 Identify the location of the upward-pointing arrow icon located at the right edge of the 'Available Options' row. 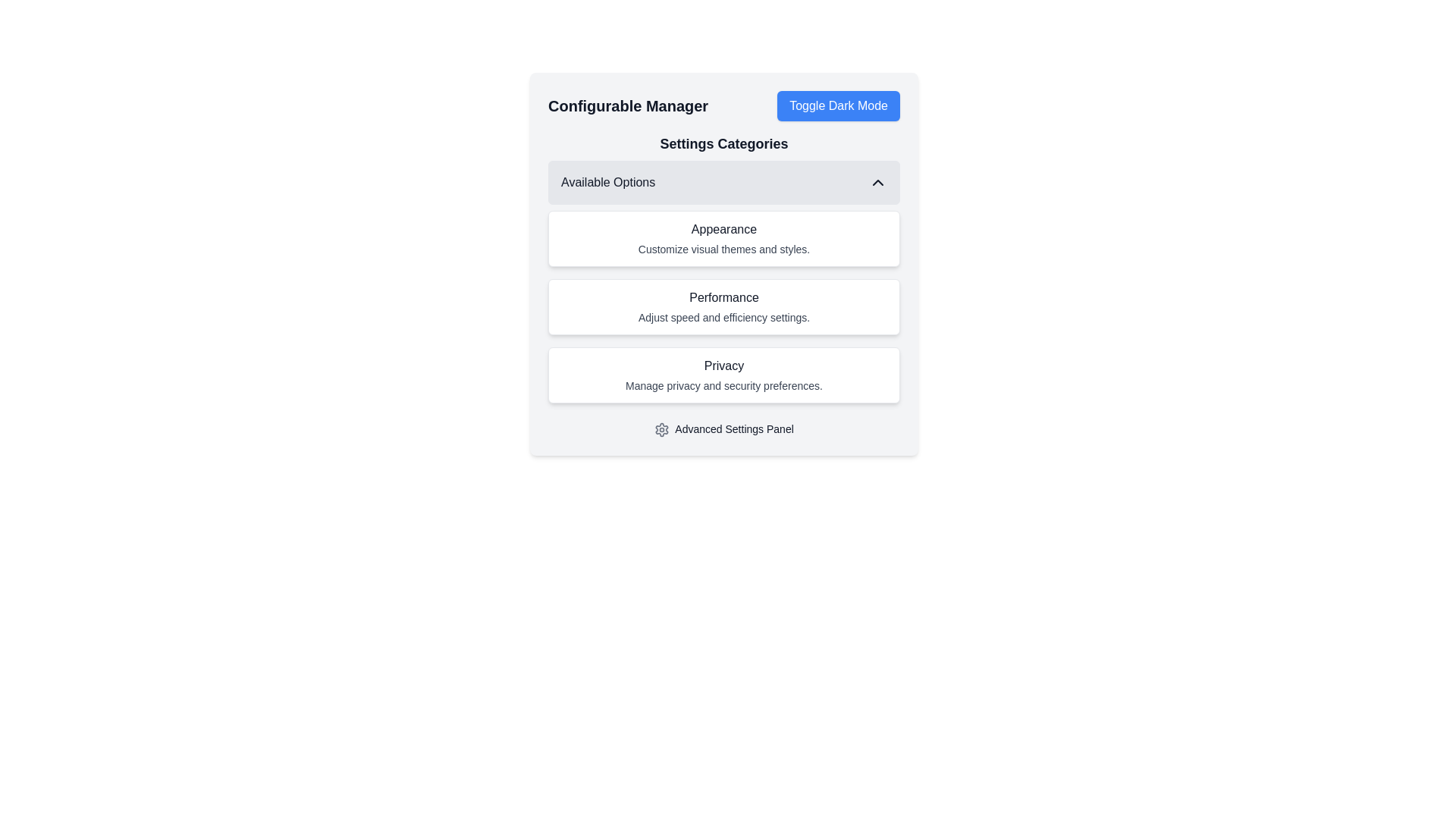
(877, 181).